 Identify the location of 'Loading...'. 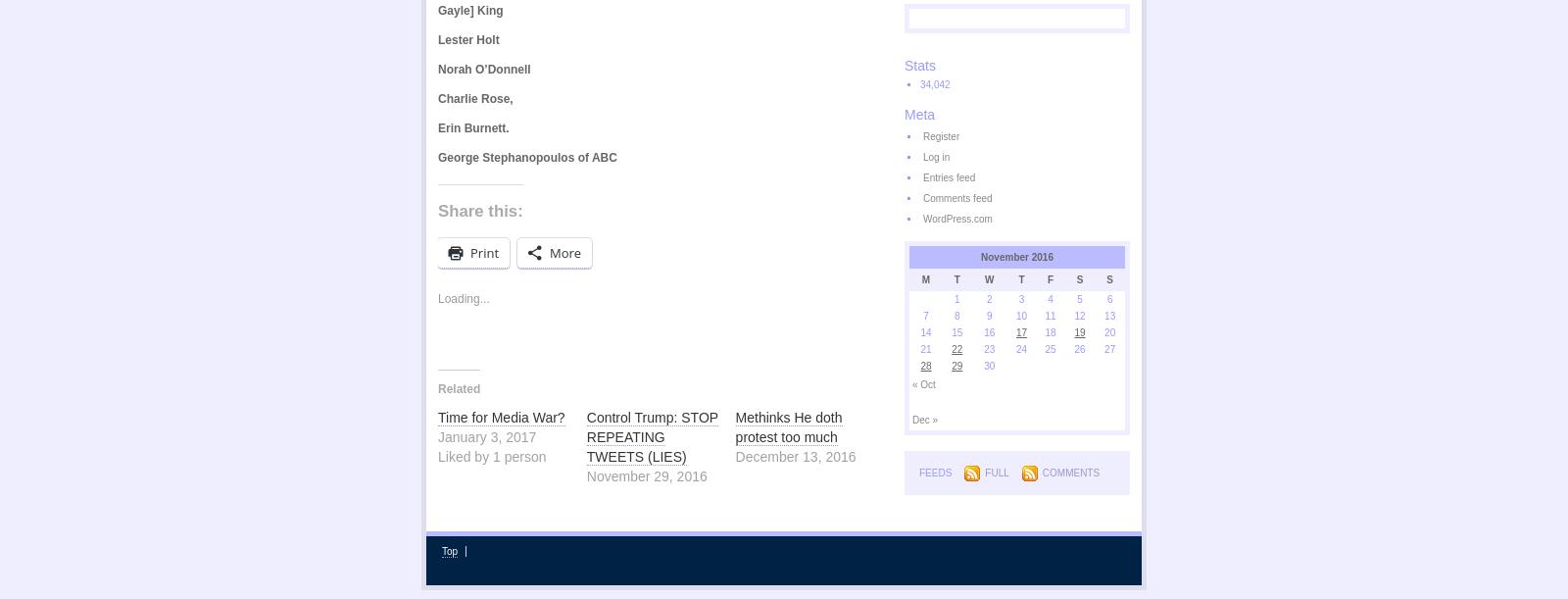
(462, 297).